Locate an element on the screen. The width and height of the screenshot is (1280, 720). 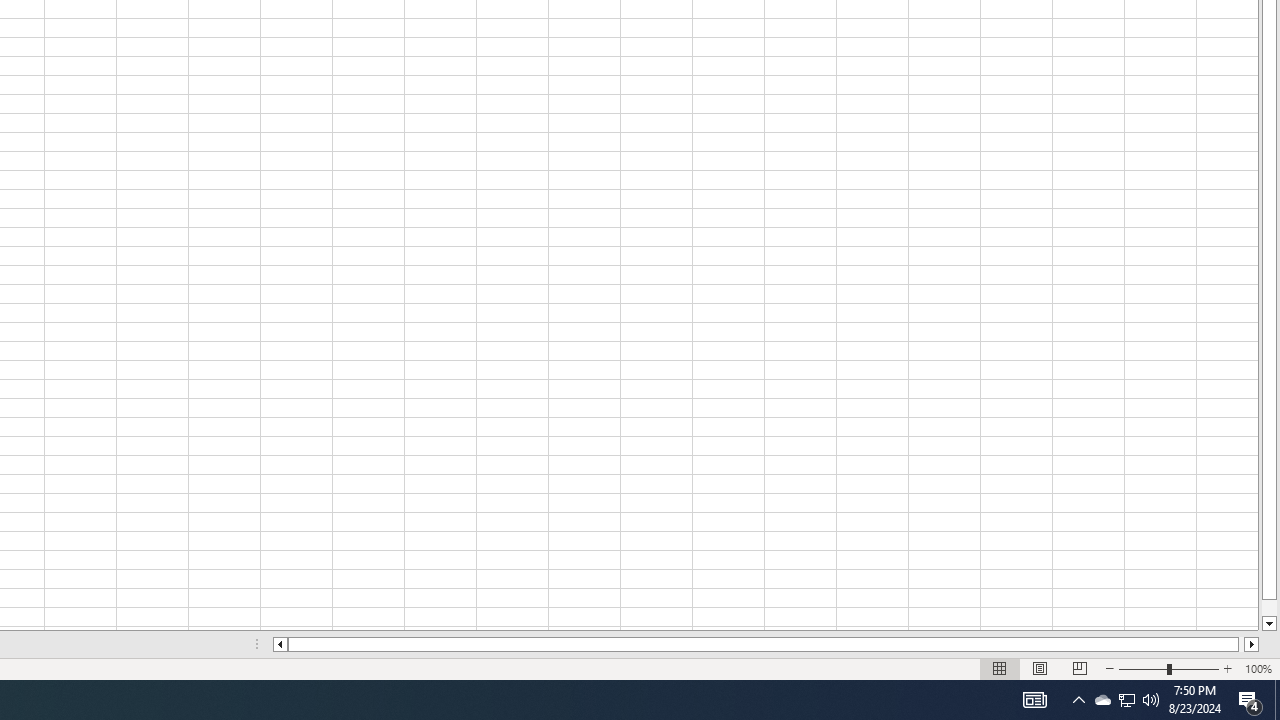
'Zoom Out' is located at coordinates (1143, 669).